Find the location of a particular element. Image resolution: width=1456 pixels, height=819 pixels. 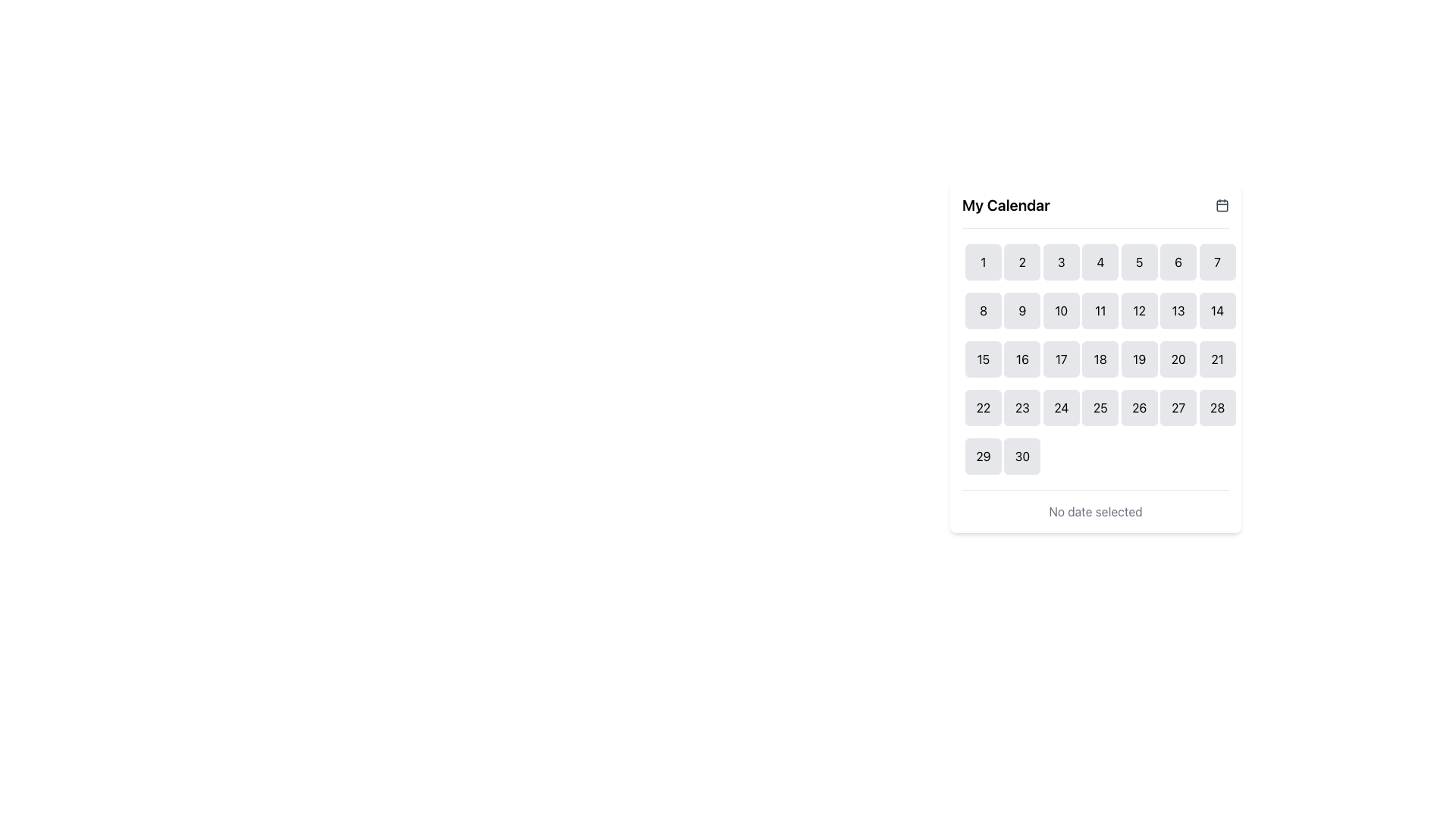

the square-shaped calendar cell with the number '25' centered in black text is located at coordinates (1100, 406).